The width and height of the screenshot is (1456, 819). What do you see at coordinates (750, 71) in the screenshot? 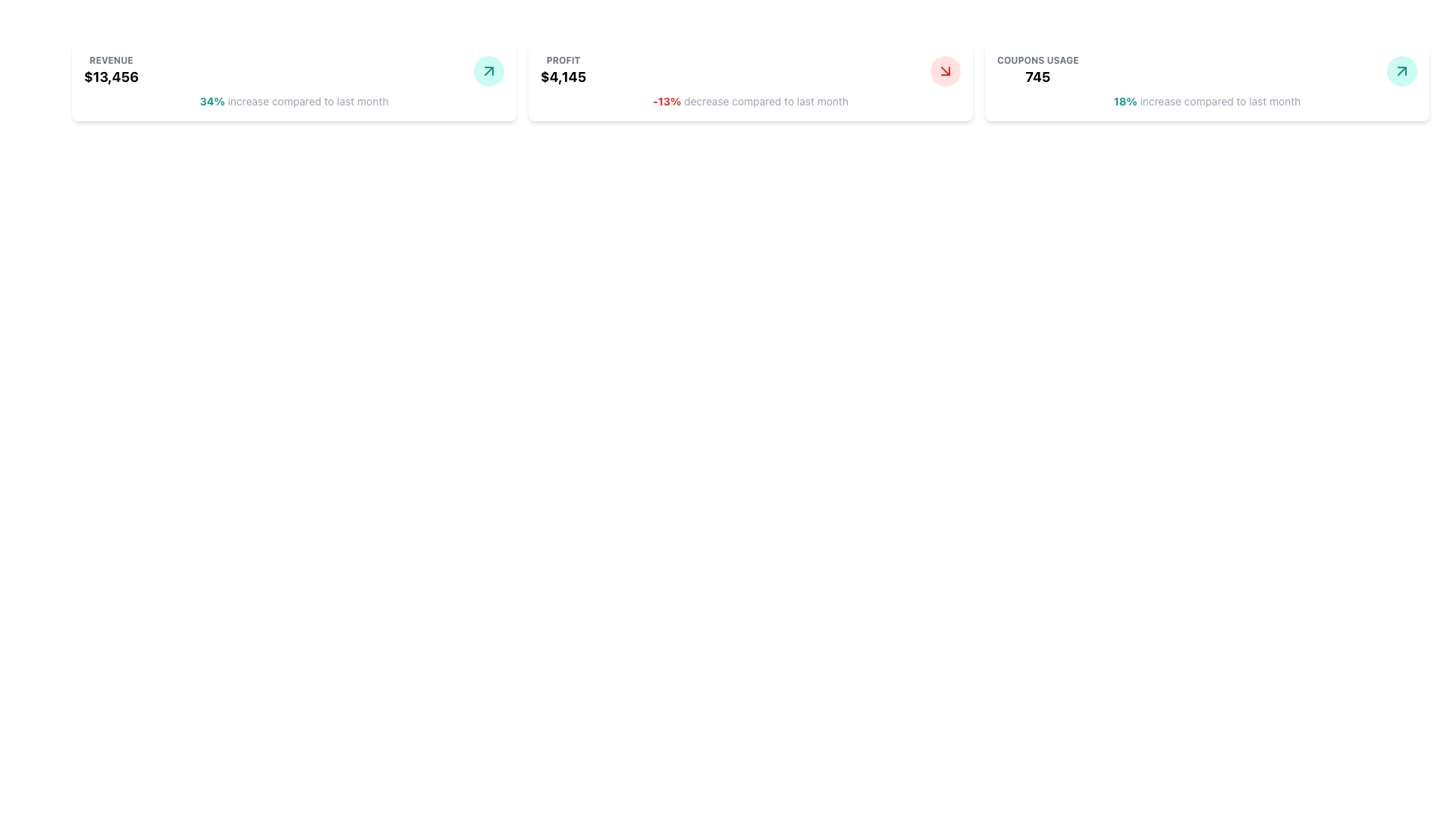
I see `the Display component that showcases the profit figure with a negative trend indicator, located at the top section of the card in the center of the displayed row` at bounding box center [750, 71].